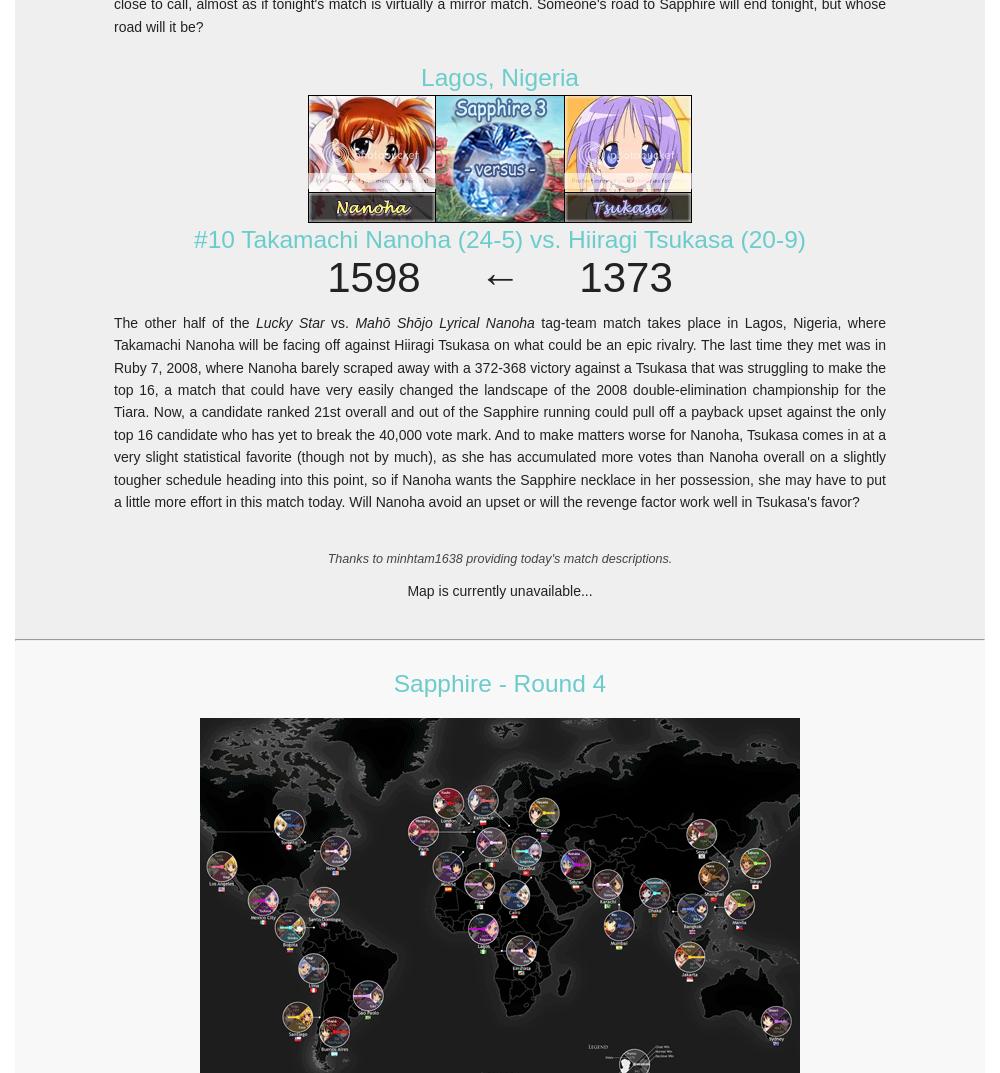 The image size is (1000, 1073). I want to click on '1598     ←     1373', so click(498, 276).